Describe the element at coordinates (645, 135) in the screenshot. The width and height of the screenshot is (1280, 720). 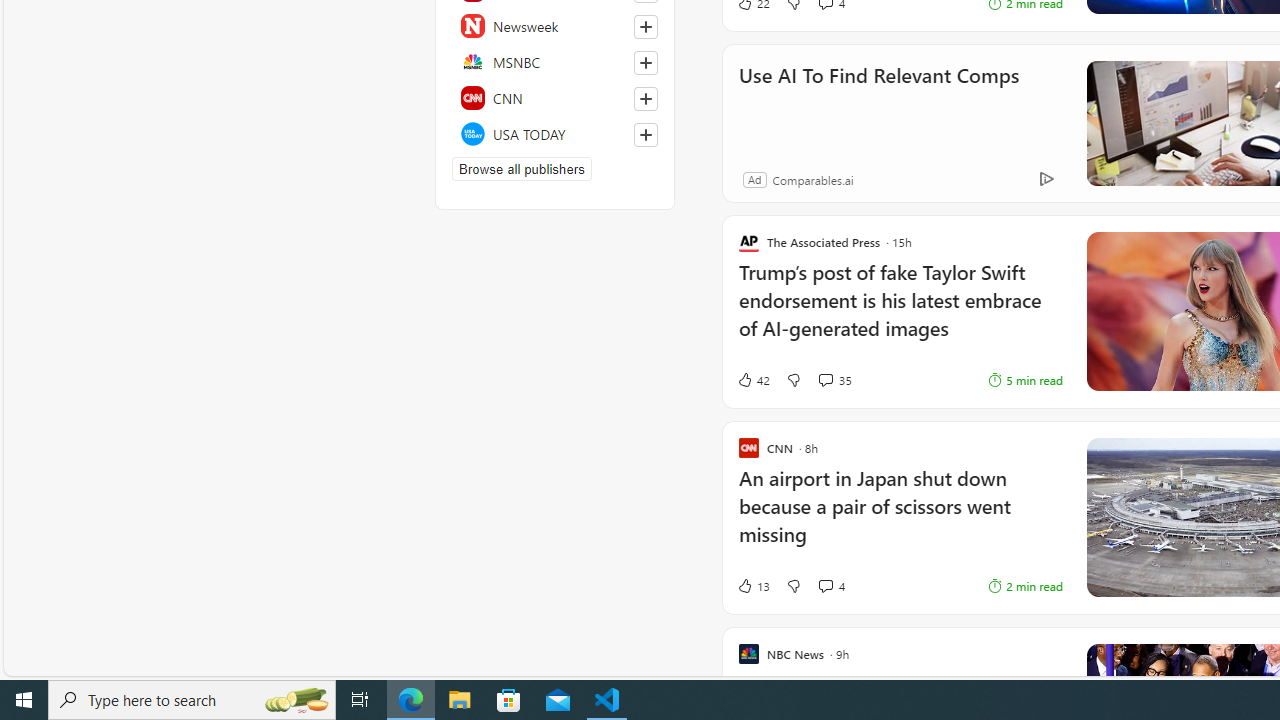
I see `'Follow this source'` at that location.